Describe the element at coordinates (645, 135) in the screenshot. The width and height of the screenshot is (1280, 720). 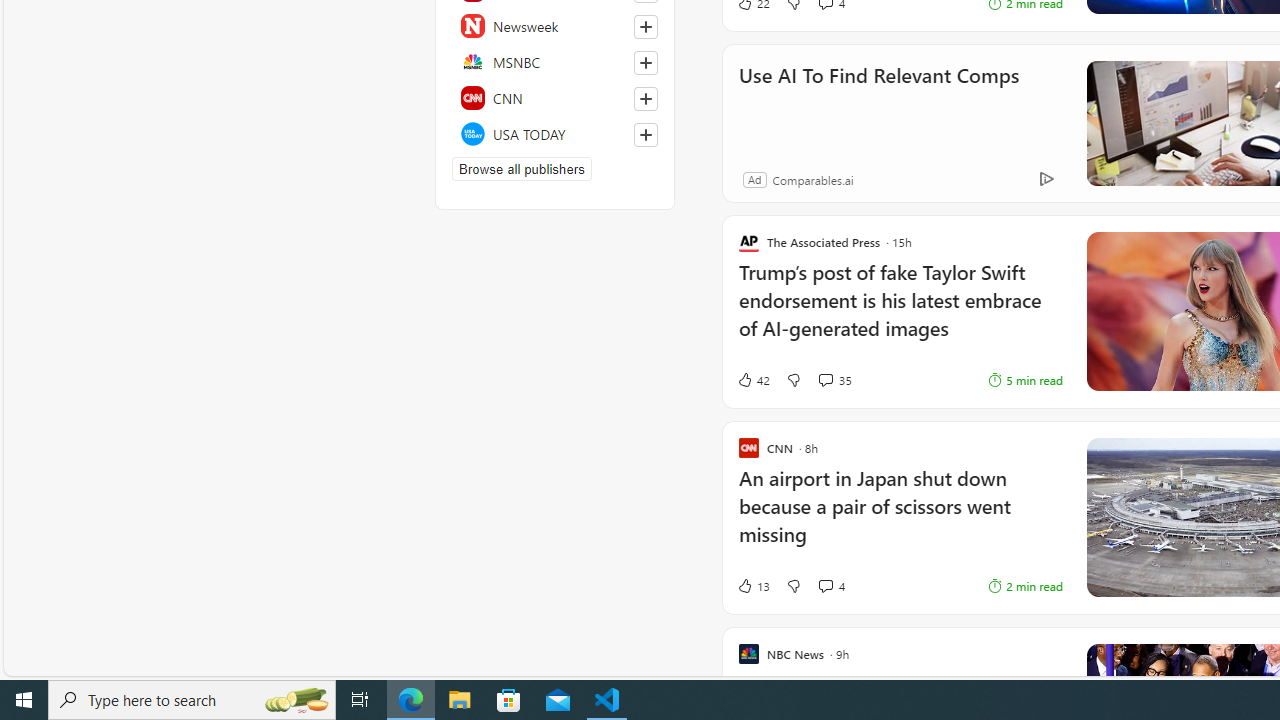
I see `'Follow this source'` at that location.